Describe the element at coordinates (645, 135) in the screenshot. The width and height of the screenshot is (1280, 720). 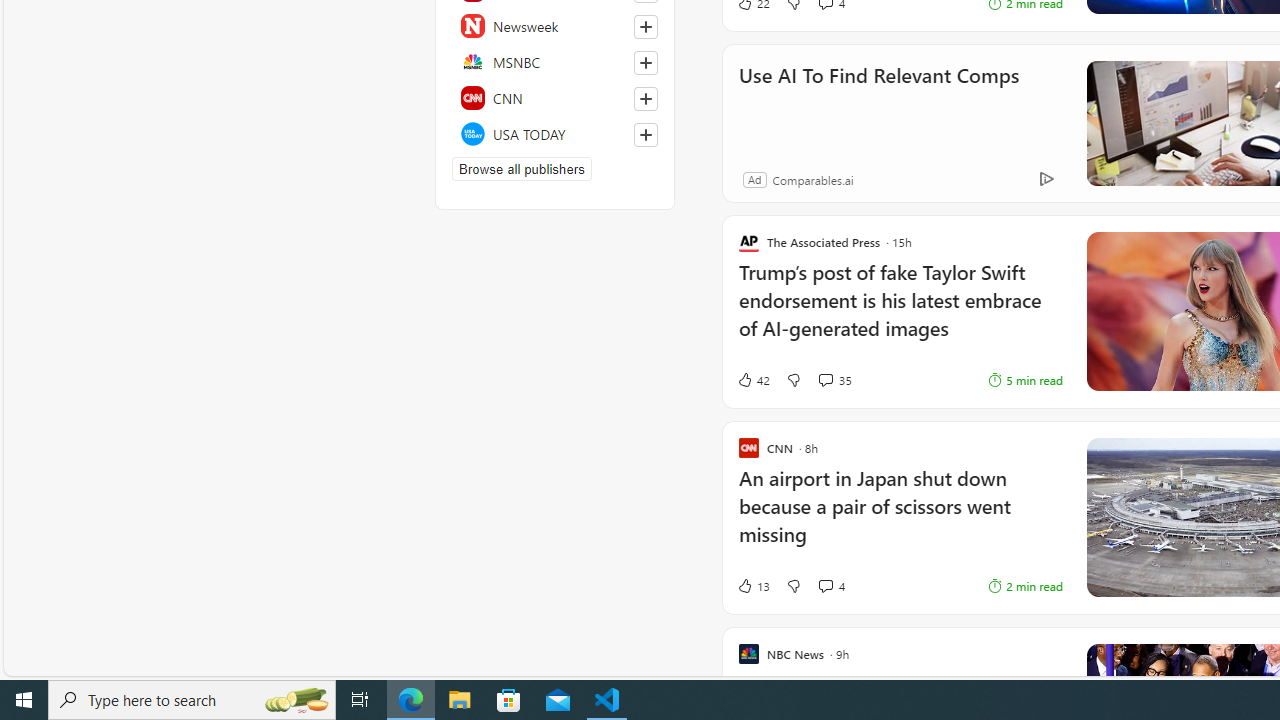
I see `'Follow this source'` at that location.